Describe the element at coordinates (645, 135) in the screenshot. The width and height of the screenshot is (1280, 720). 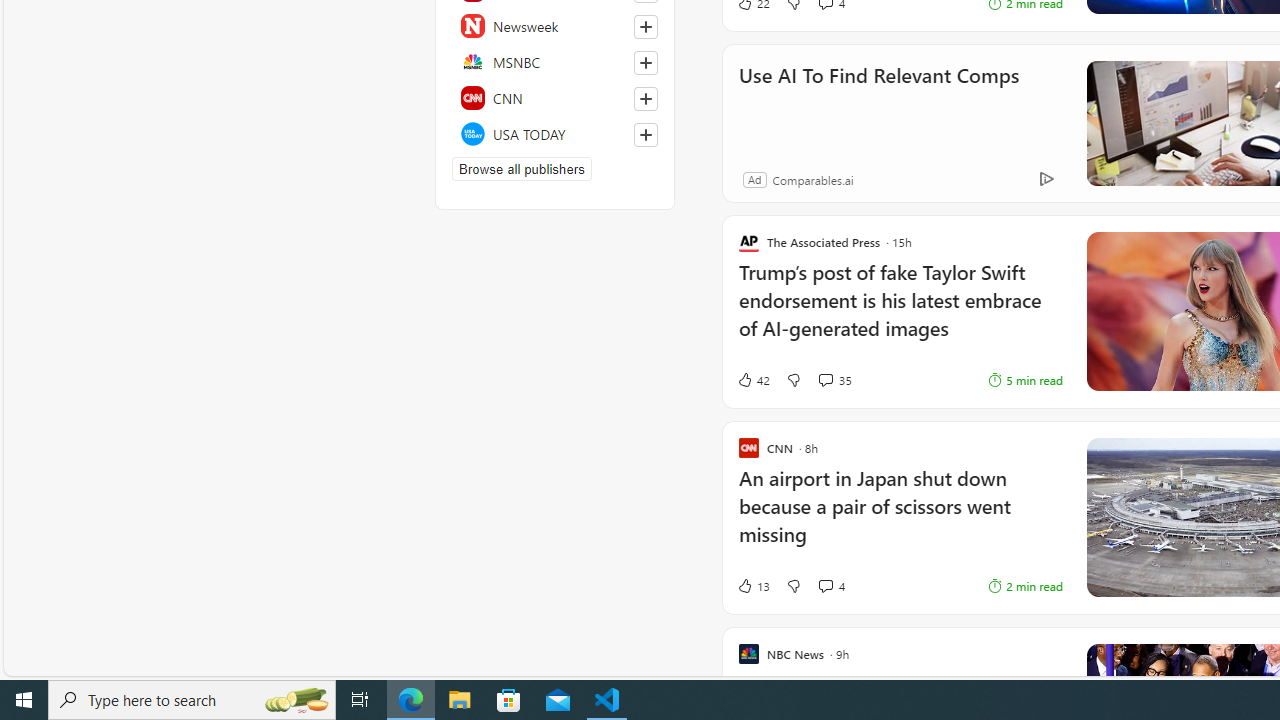
I see `'Follow this source'` at that location.